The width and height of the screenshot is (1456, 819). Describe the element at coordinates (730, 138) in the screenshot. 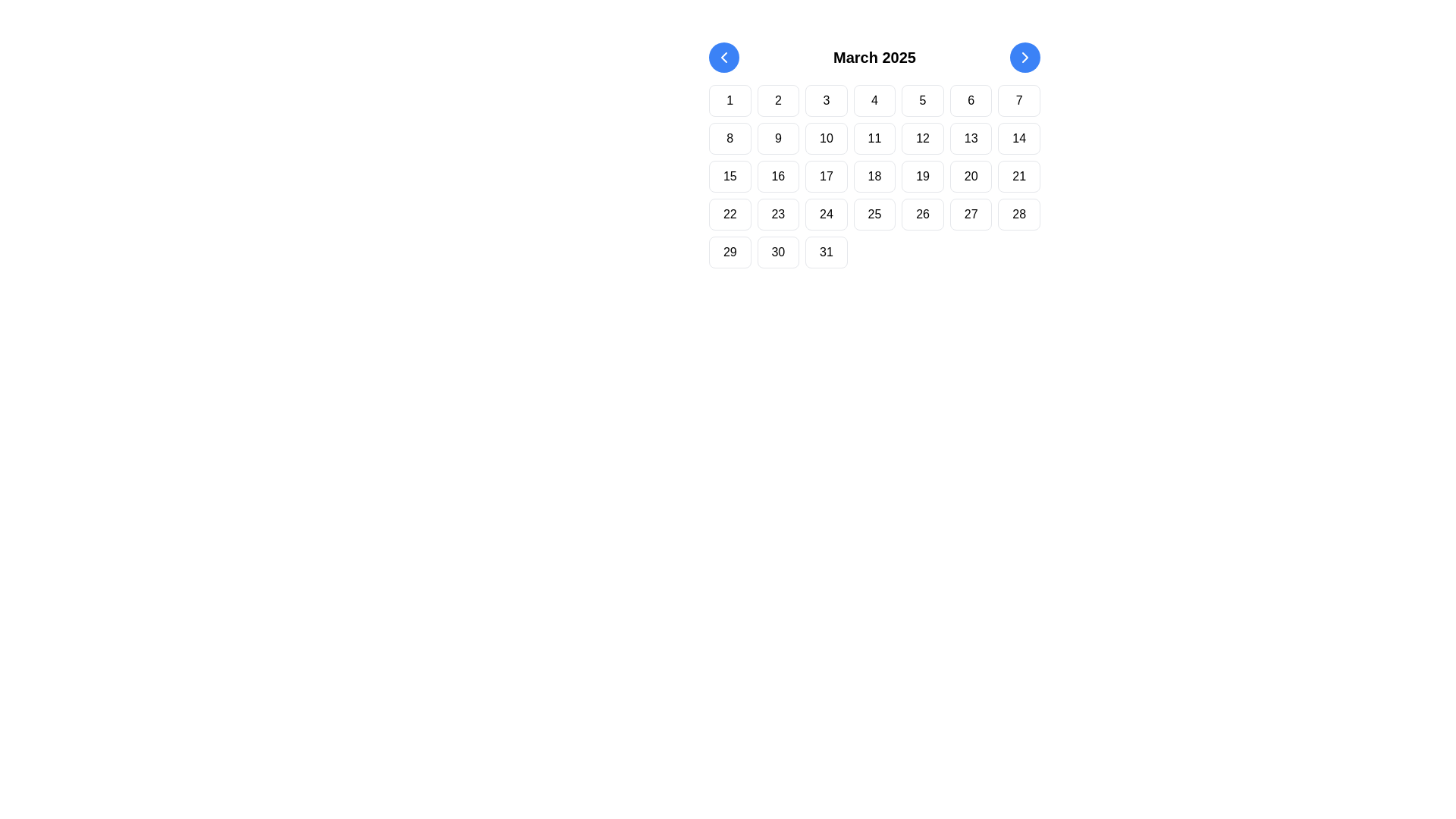

I see `the number '8' displayed in black text within a rounded box in the second row and first column of the grid layout` at that location.